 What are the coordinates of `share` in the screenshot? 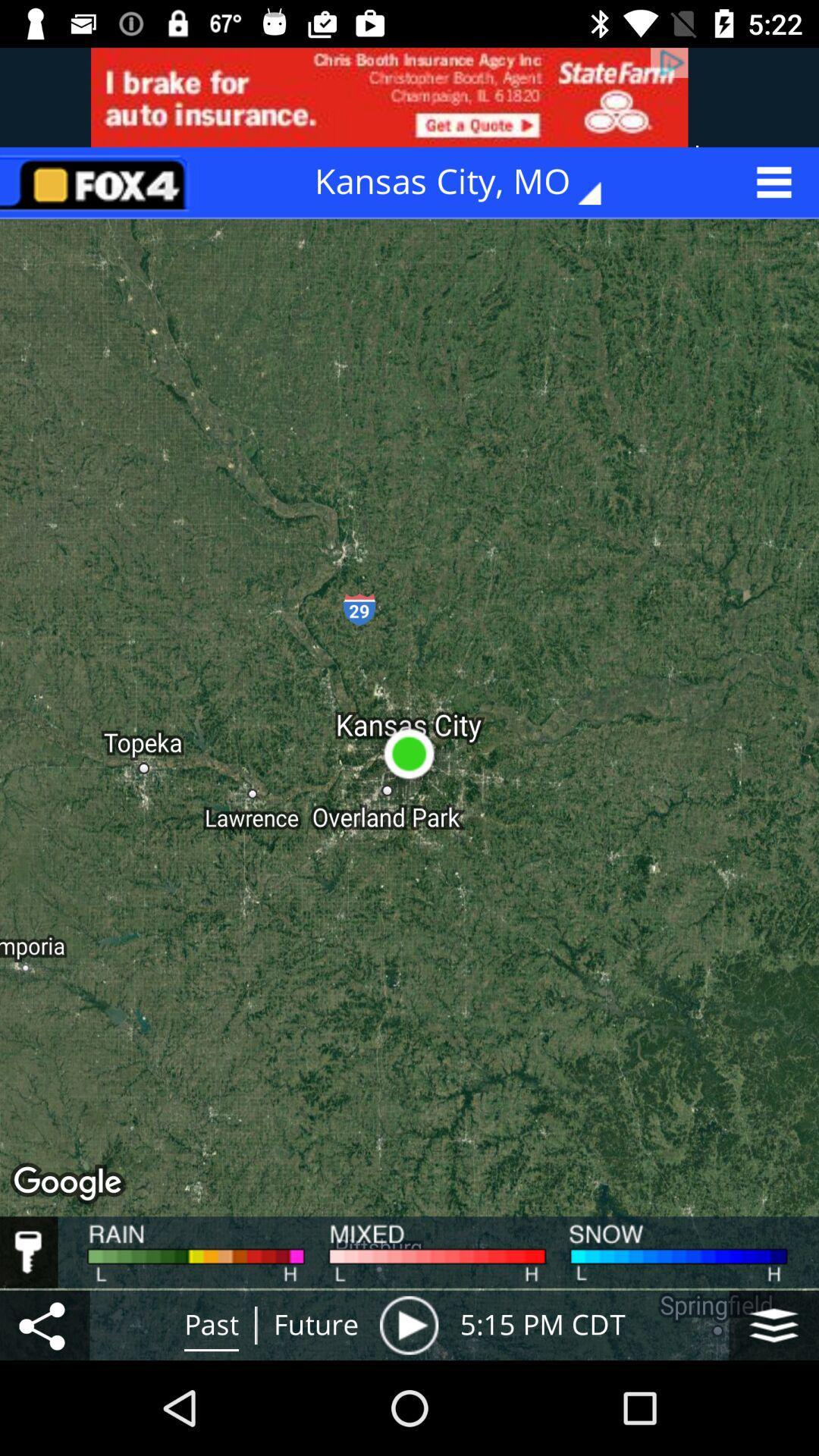 It's located at (44, 1324).